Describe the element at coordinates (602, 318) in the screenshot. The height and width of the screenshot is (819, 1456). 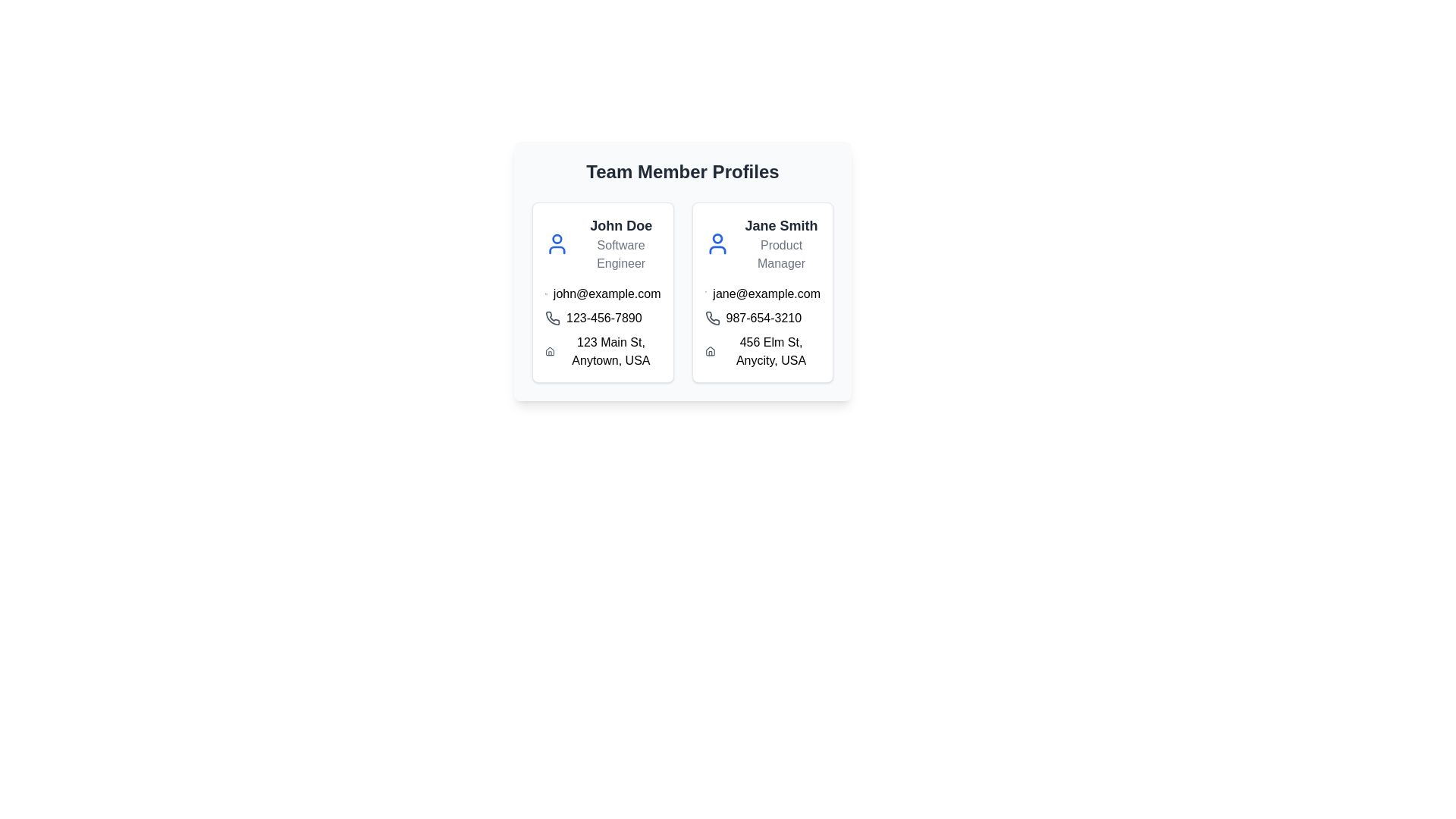
I see `the contact phone number text for team member John Doe, which is the second row of text in the left card of a two-column layout` at that location.